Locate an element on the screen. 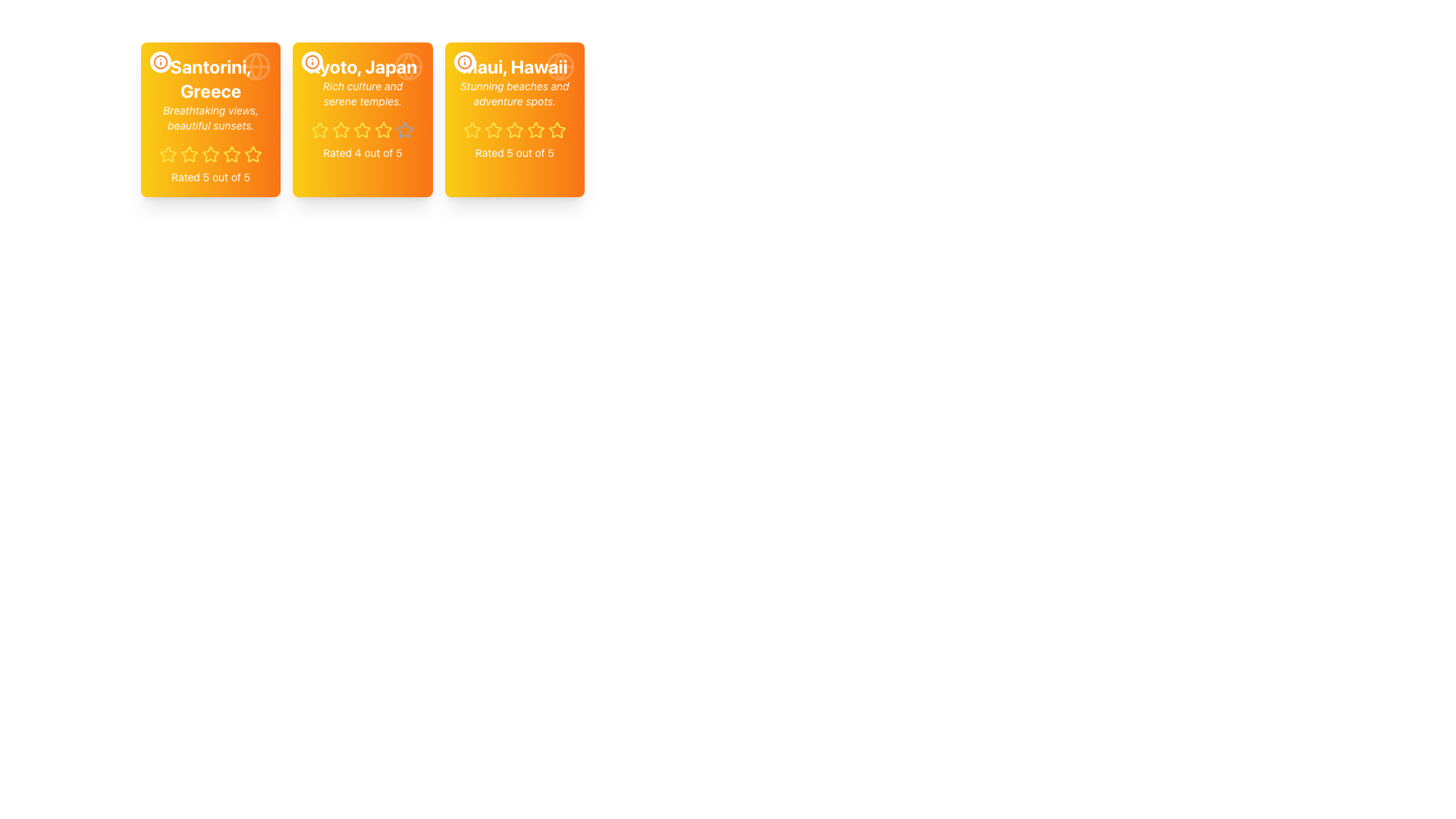  on the fifth star icon in the rating row of the 'Santorini, Greece' card, which is visually distinct with a filled yellow-orange color is located at coordinates (253, 154).